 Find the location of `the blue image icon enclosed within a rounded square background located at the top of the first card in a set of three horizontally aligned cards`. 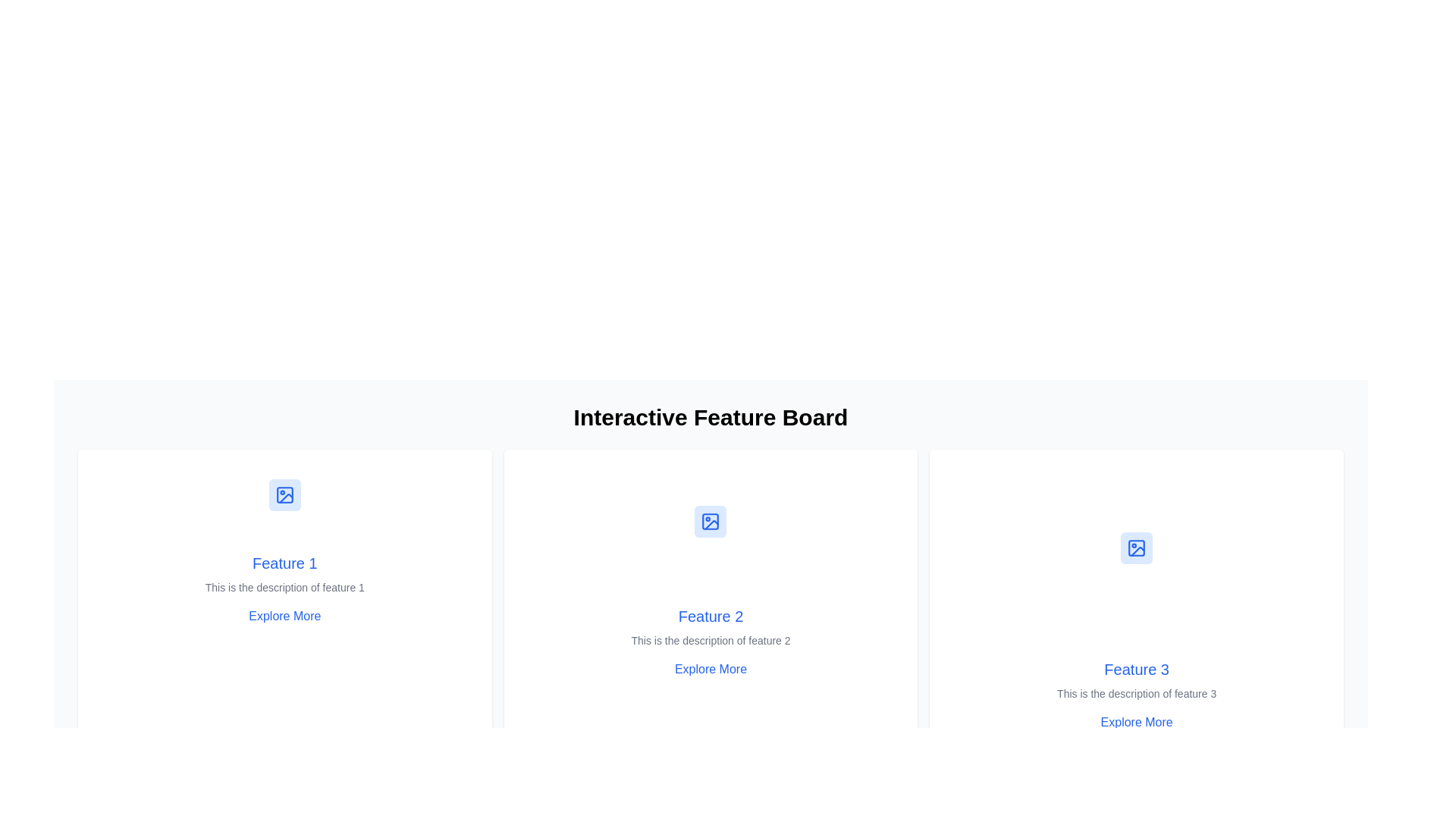

the blue image icon enclosed within a rounded square background located at the top of the first card in a set of three horizontally aligned cards is located at coordinates (284, 494).